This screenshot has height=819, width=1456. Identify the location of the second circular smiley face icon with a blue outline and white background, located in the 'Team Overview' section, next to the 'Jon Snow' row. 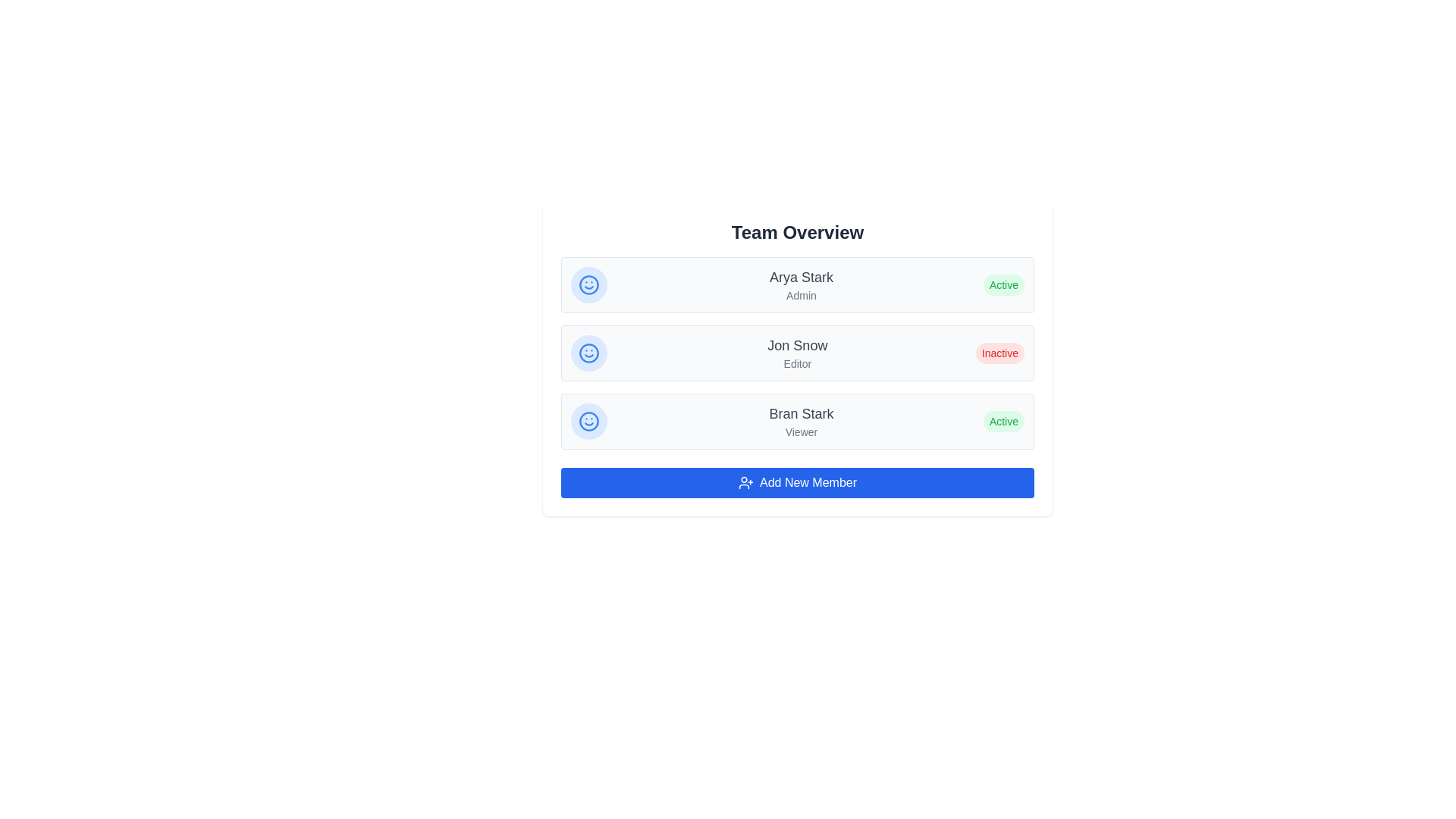
(588, 353).